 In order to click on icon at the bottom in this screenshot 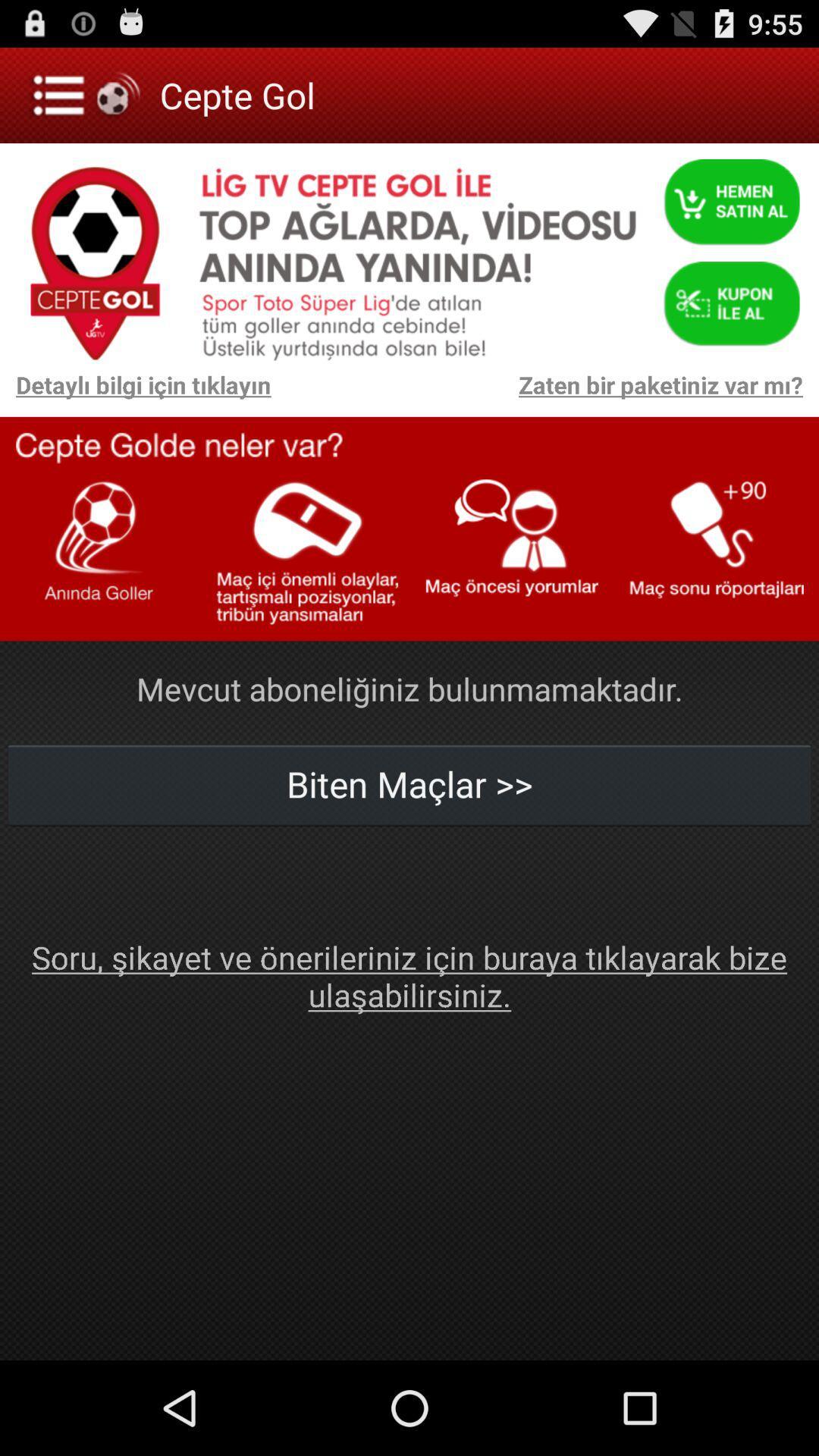, I will do `click(409, 975)`.